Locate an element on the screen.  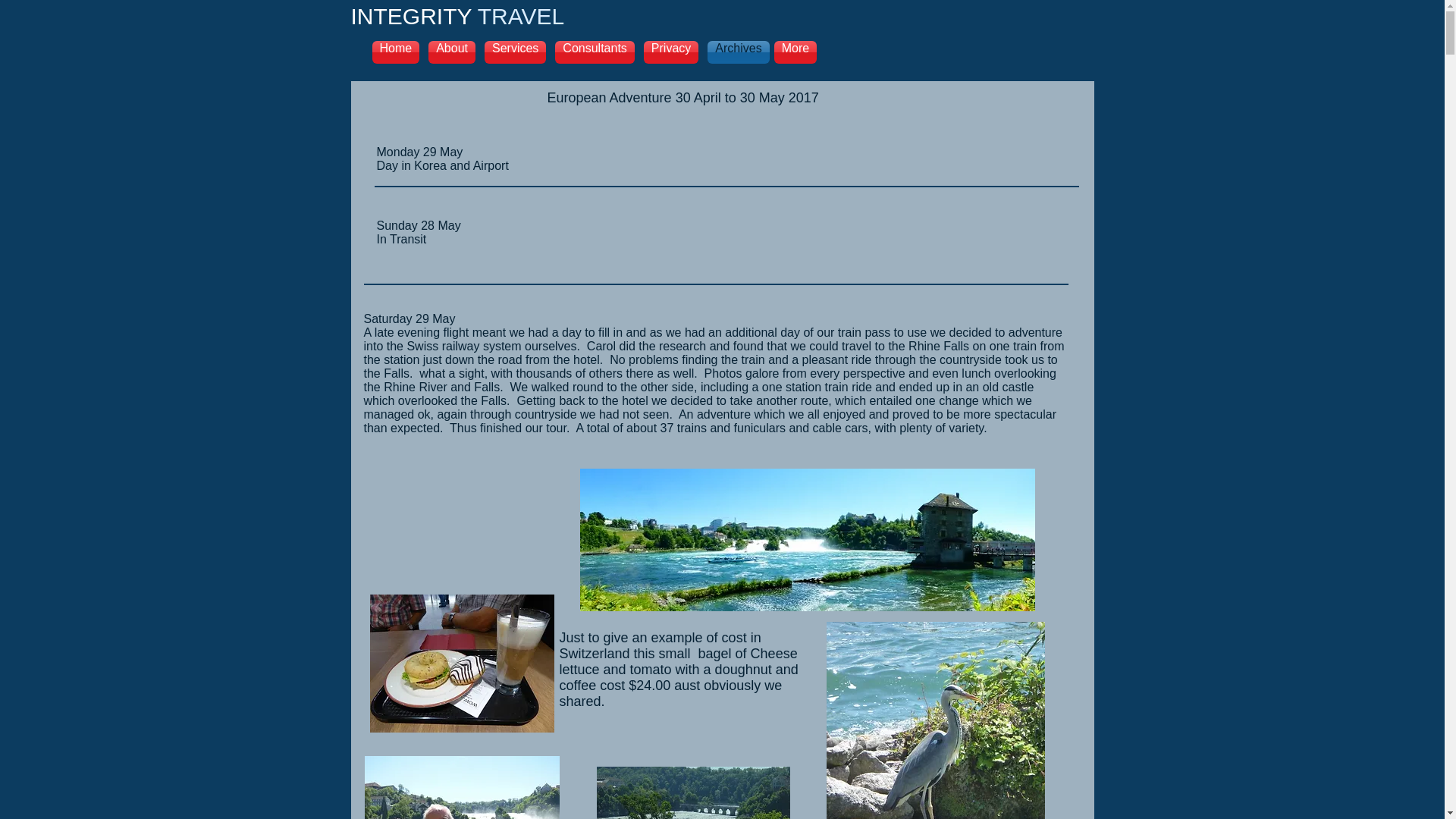
'Archives' is located at coordinates (736, 52).